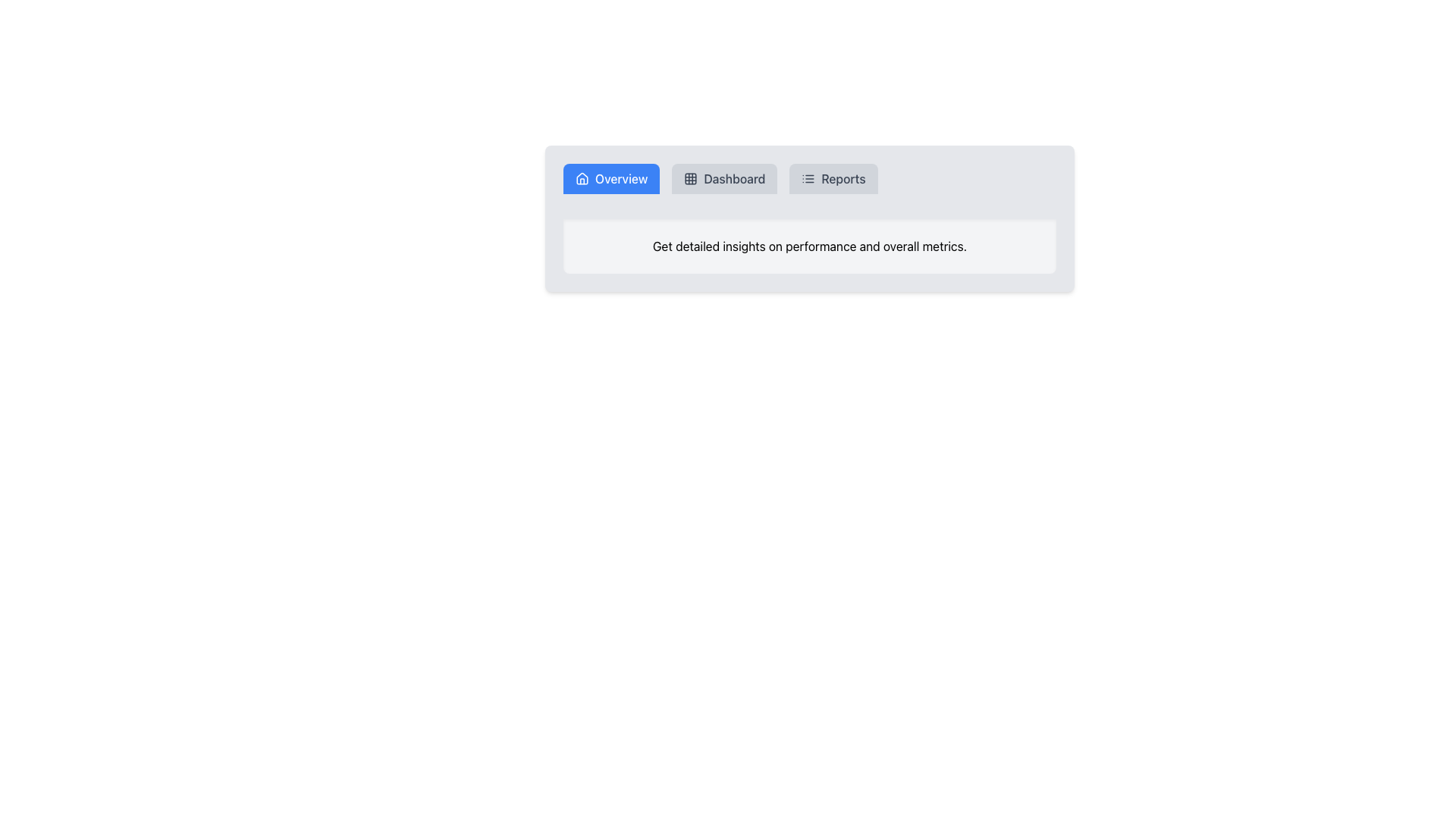  I want to click on the second tab item in the horizontal navigation bar, so click(723, 177).